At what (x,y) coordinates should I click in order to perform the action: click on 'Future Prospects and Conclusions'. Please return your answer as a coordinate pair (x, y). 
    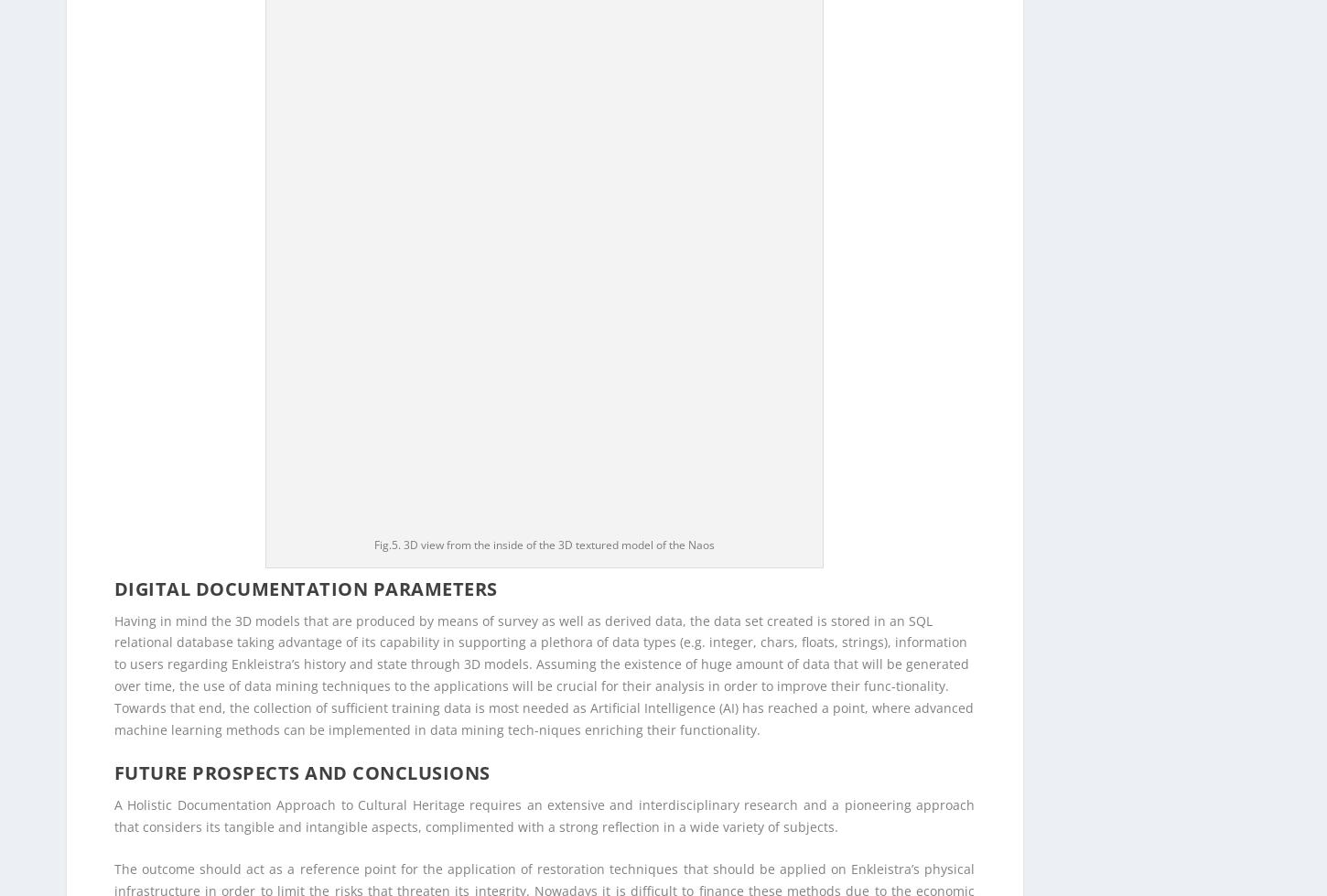
    Looking at the image, I should click on (301, 83).